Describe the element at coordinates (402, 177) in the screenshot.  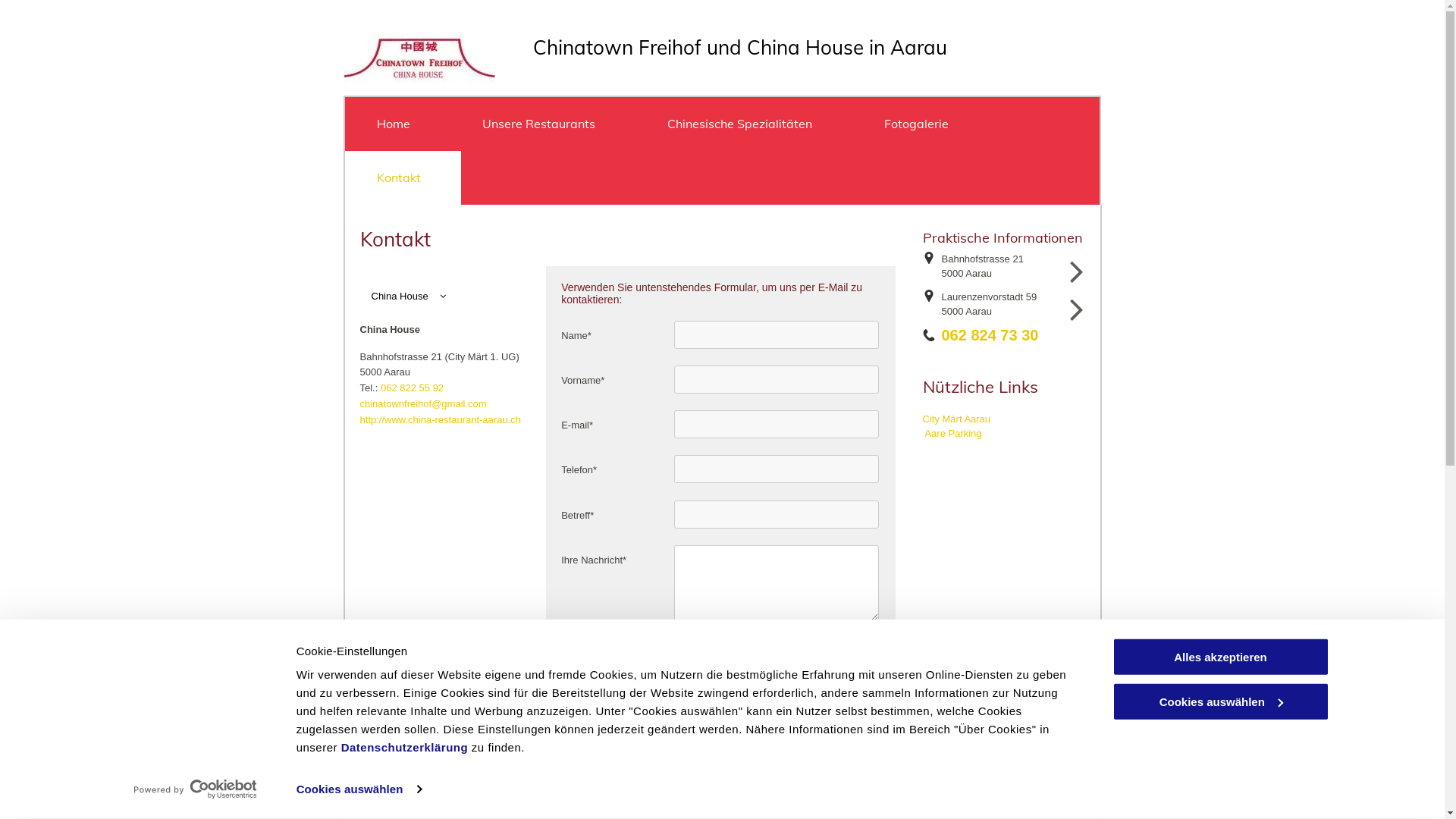
I see `'Kontakt'` at that location.